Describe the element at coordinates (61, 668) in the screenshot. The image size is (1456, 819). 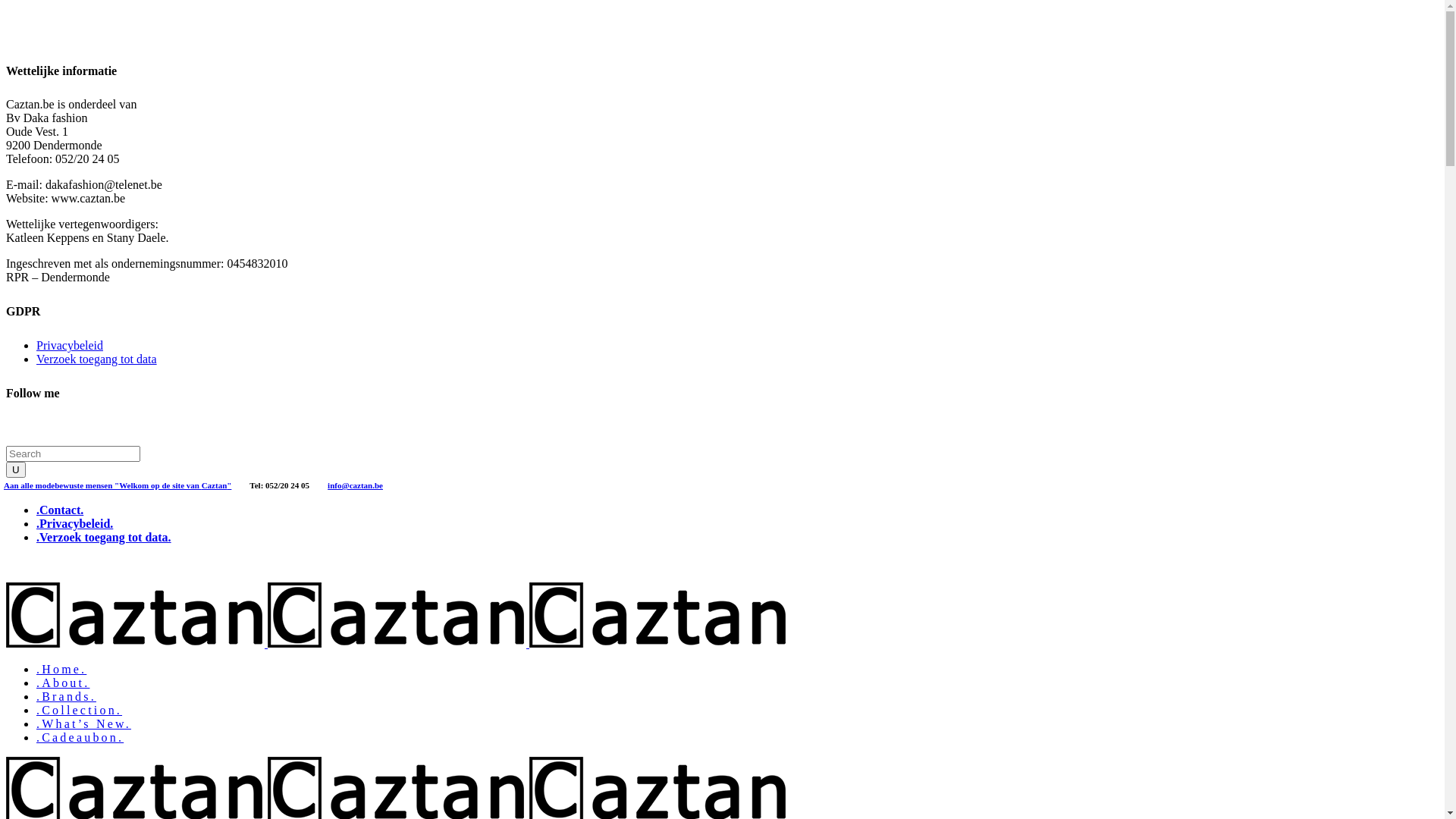
I see `'.Home.'` at that location.